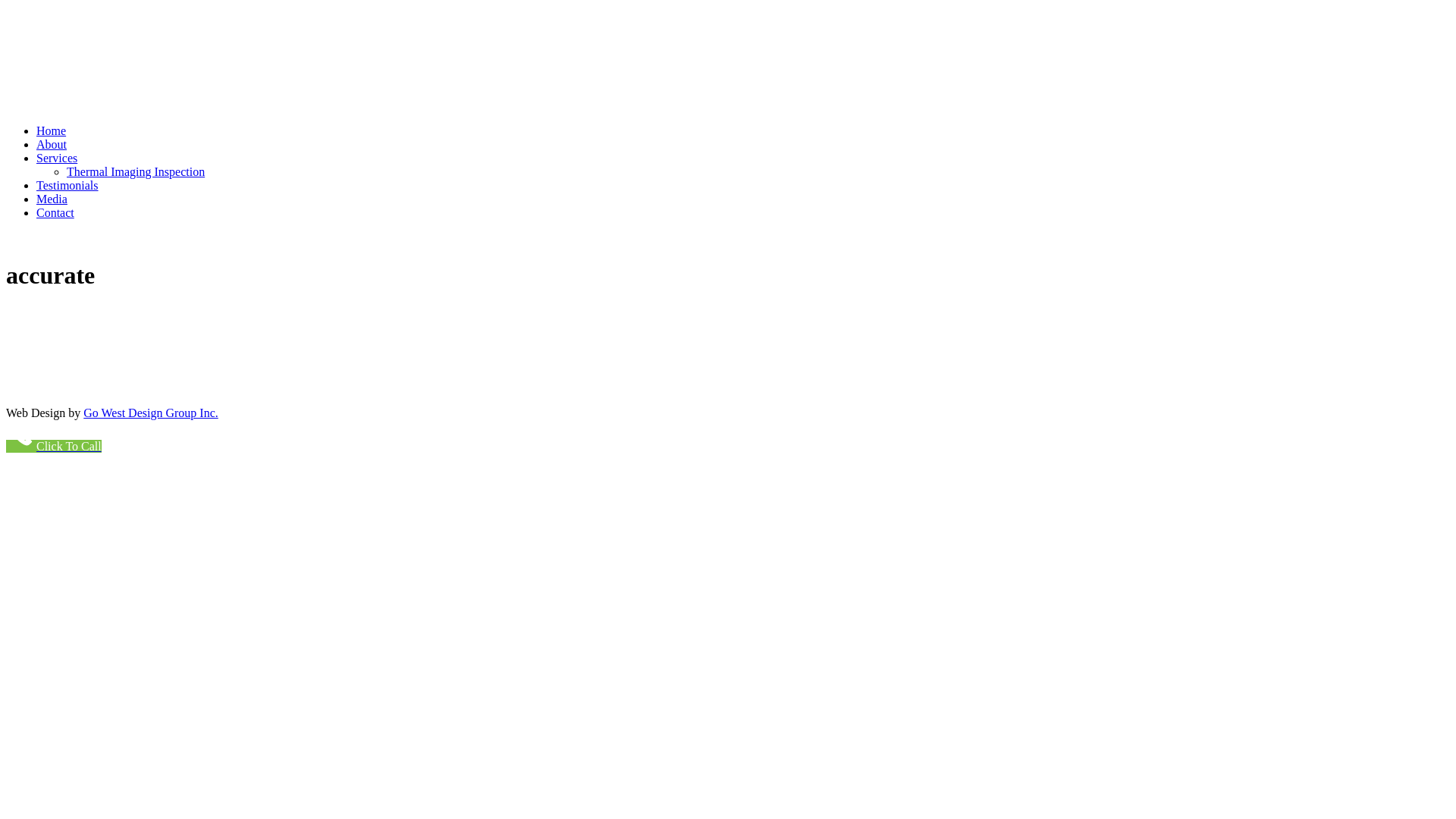 Image resolution: width=1456 pixels, height=819 pixels. Describe the element at coordinates (51, 144) in the screenshot. I see `'About'` at that location.